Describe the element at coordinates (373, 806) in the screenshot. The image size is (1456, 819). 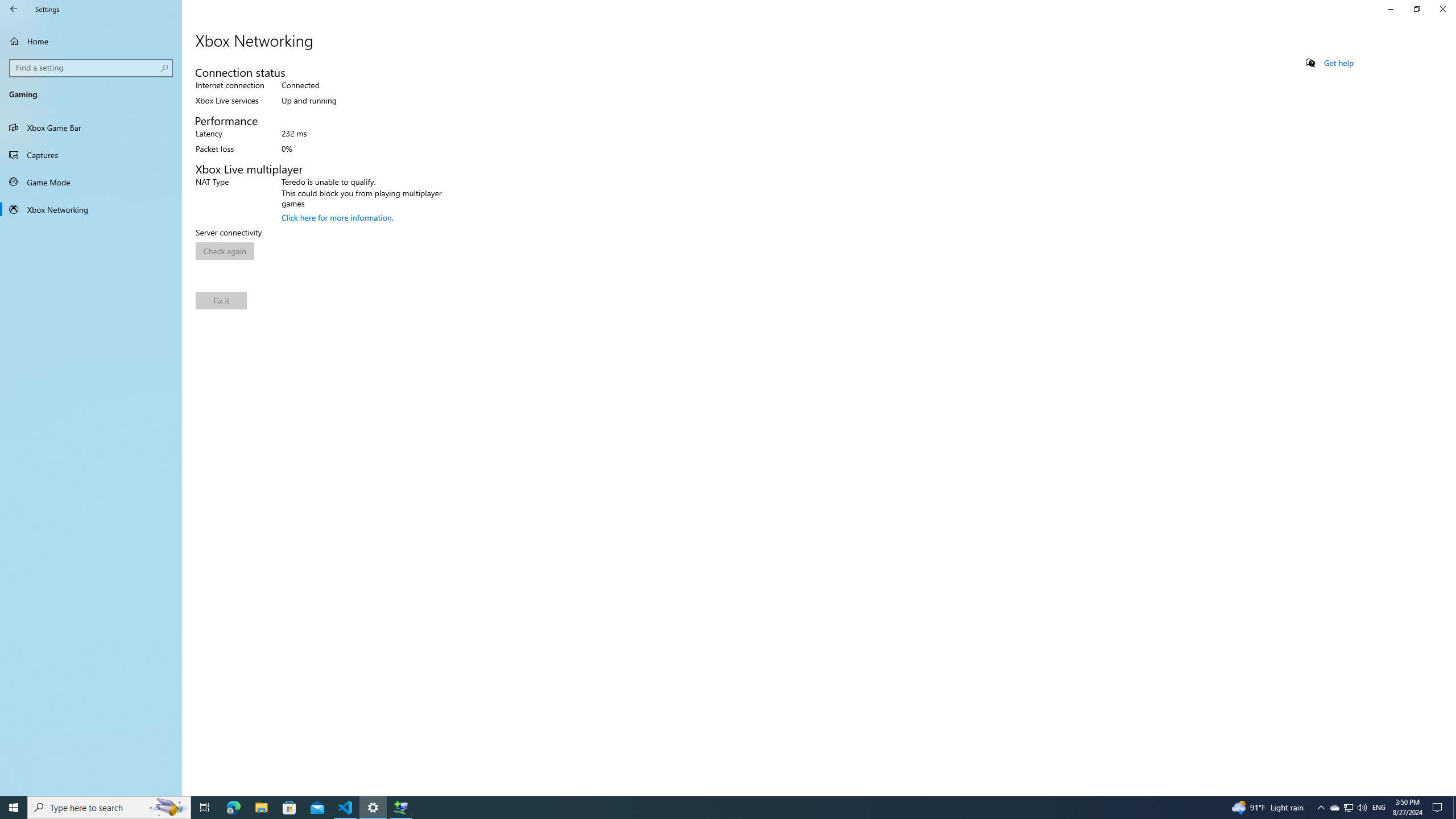
I see `'Settings - 1 running window'` at that location.